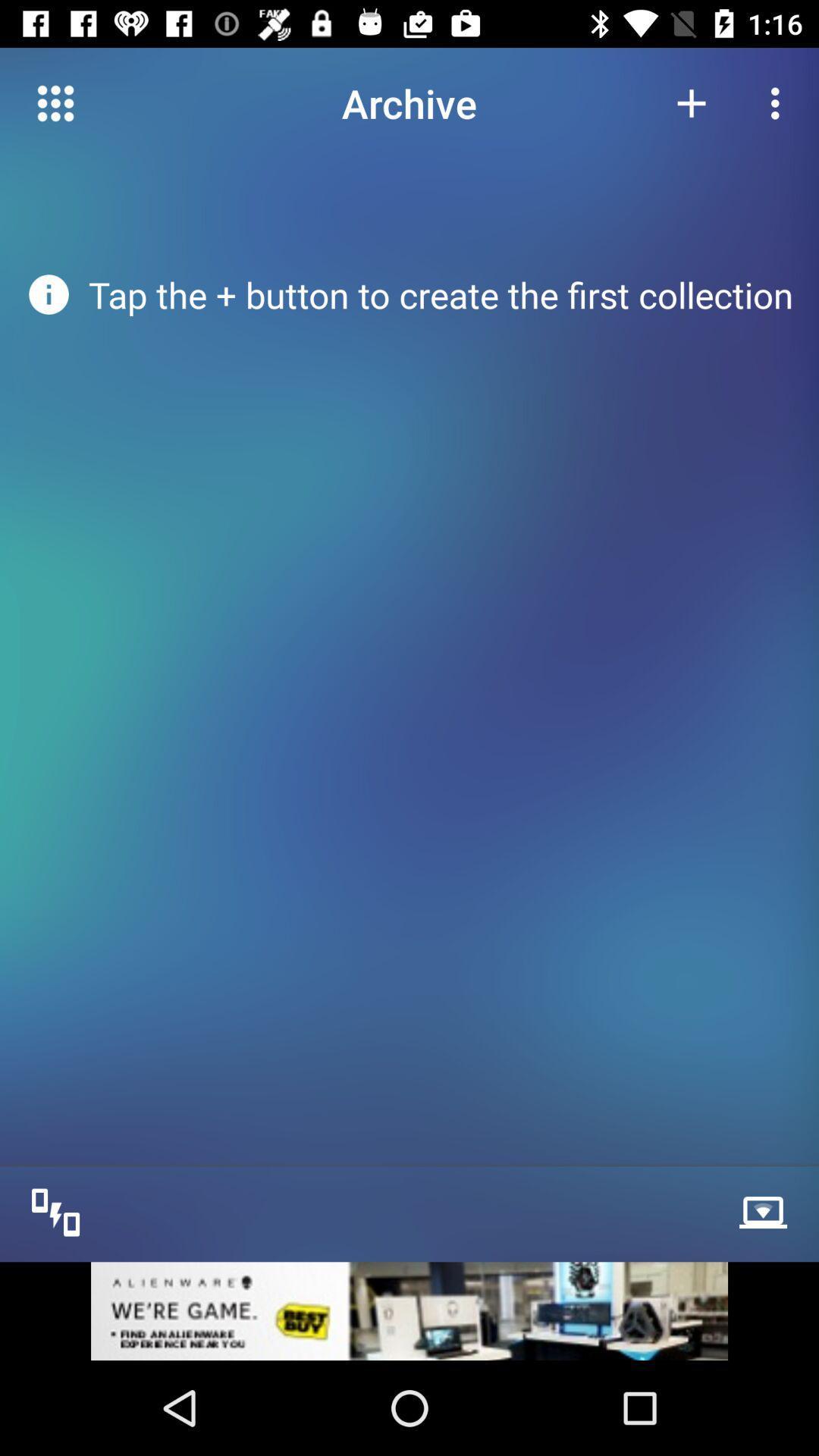  Describe the element at coordinates (409, 1310) in the screenshot. I see `advertisement banner` at that location.